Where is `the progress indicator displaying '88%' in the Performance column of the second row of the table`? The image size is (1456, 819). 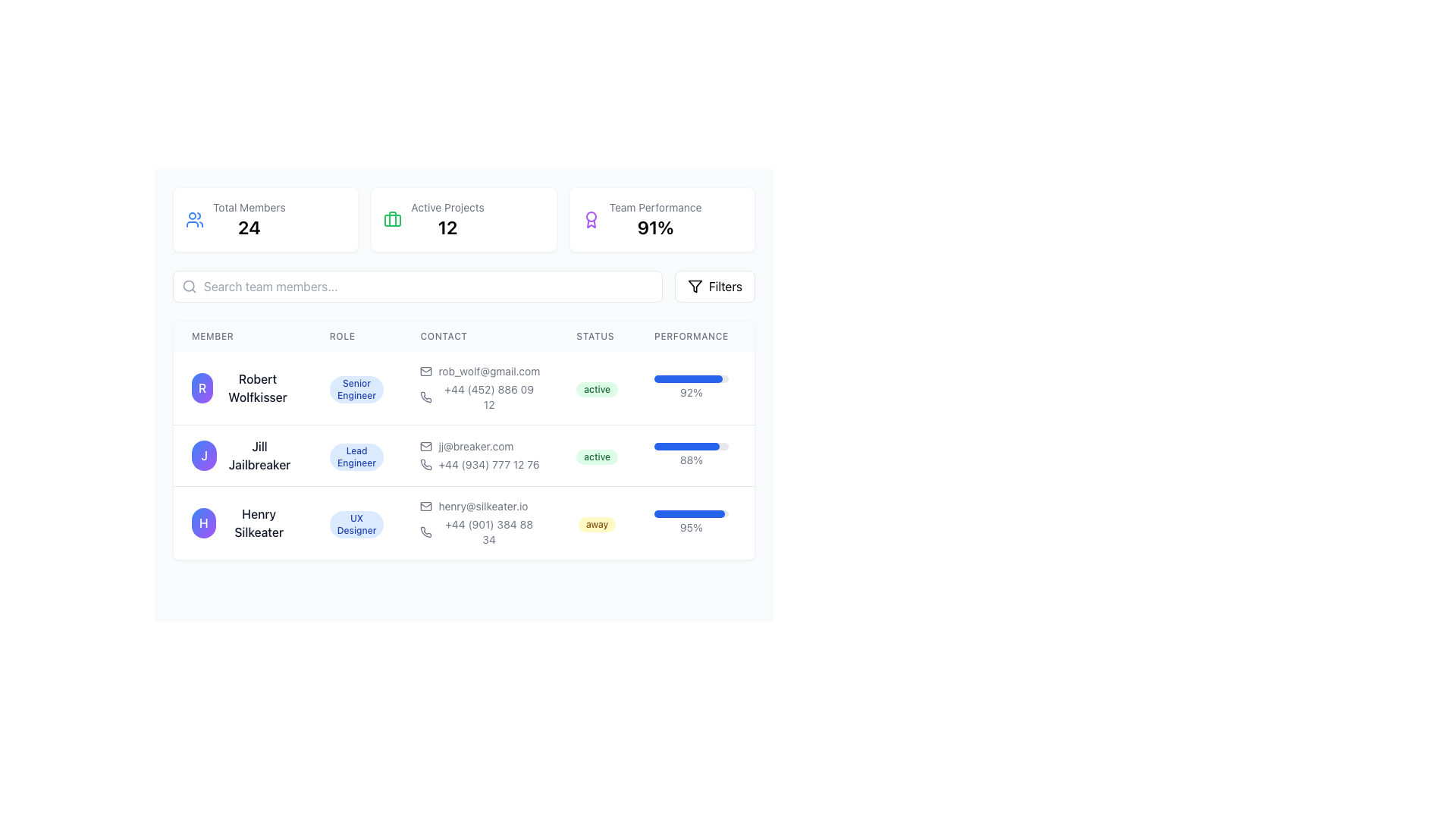
the progress indicator displaying '88%' in the Performance column of the second row of the table is located at coordinates (691, 455).